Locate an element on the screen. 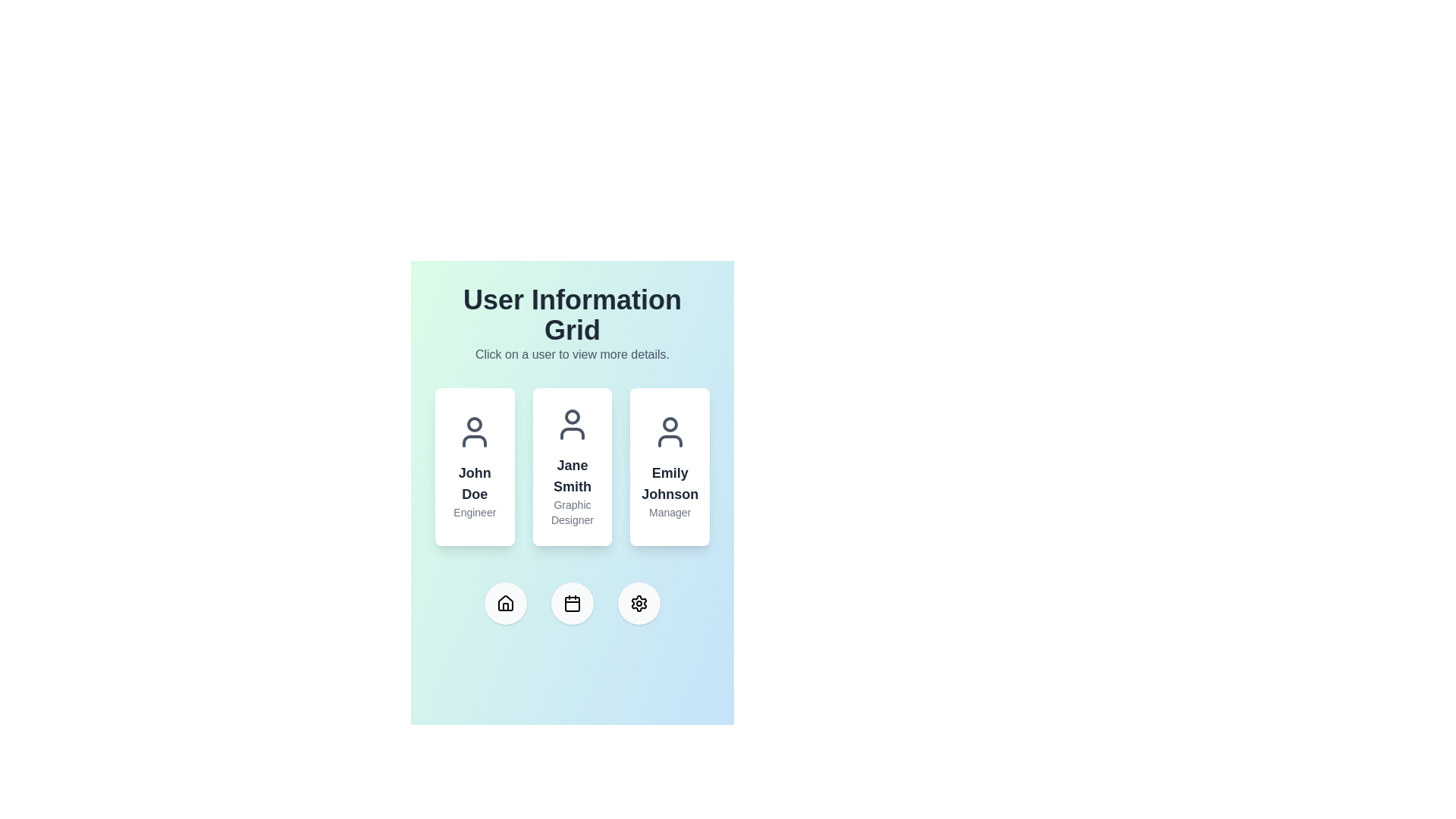  the textual header element that displays 'User Information Grid' and instructions for user interaction is located at coordinates (571, 324).